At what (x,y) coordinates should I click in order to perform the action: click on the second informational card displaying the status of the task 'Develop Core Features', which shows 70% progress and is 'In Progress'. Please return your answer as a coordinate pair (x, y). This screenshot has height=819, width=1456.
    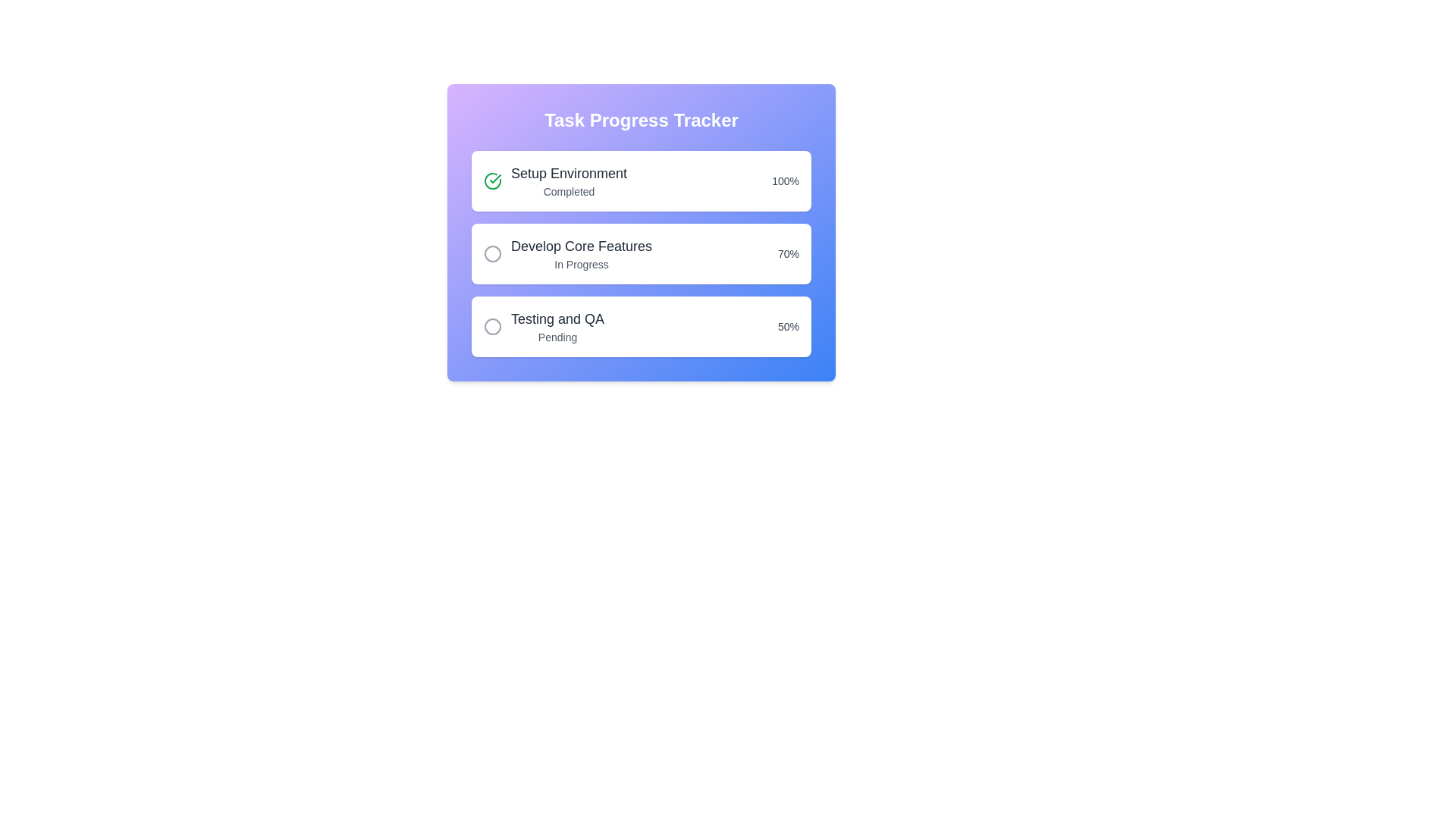
    Looking at the image, I should click on (641, 253).